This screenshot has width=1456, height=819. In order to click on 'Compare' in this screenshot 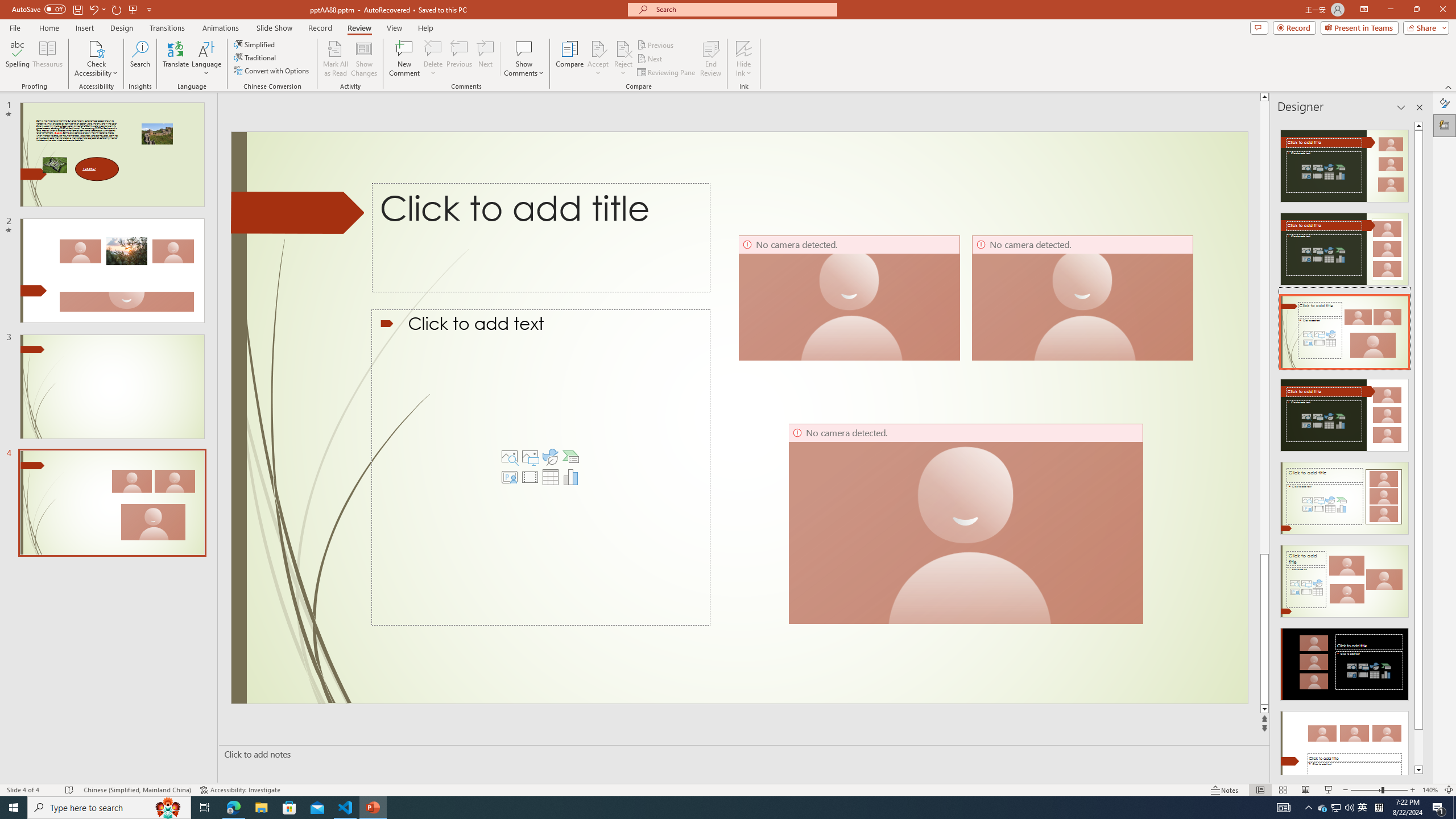, I will do `click(570, 59)`.